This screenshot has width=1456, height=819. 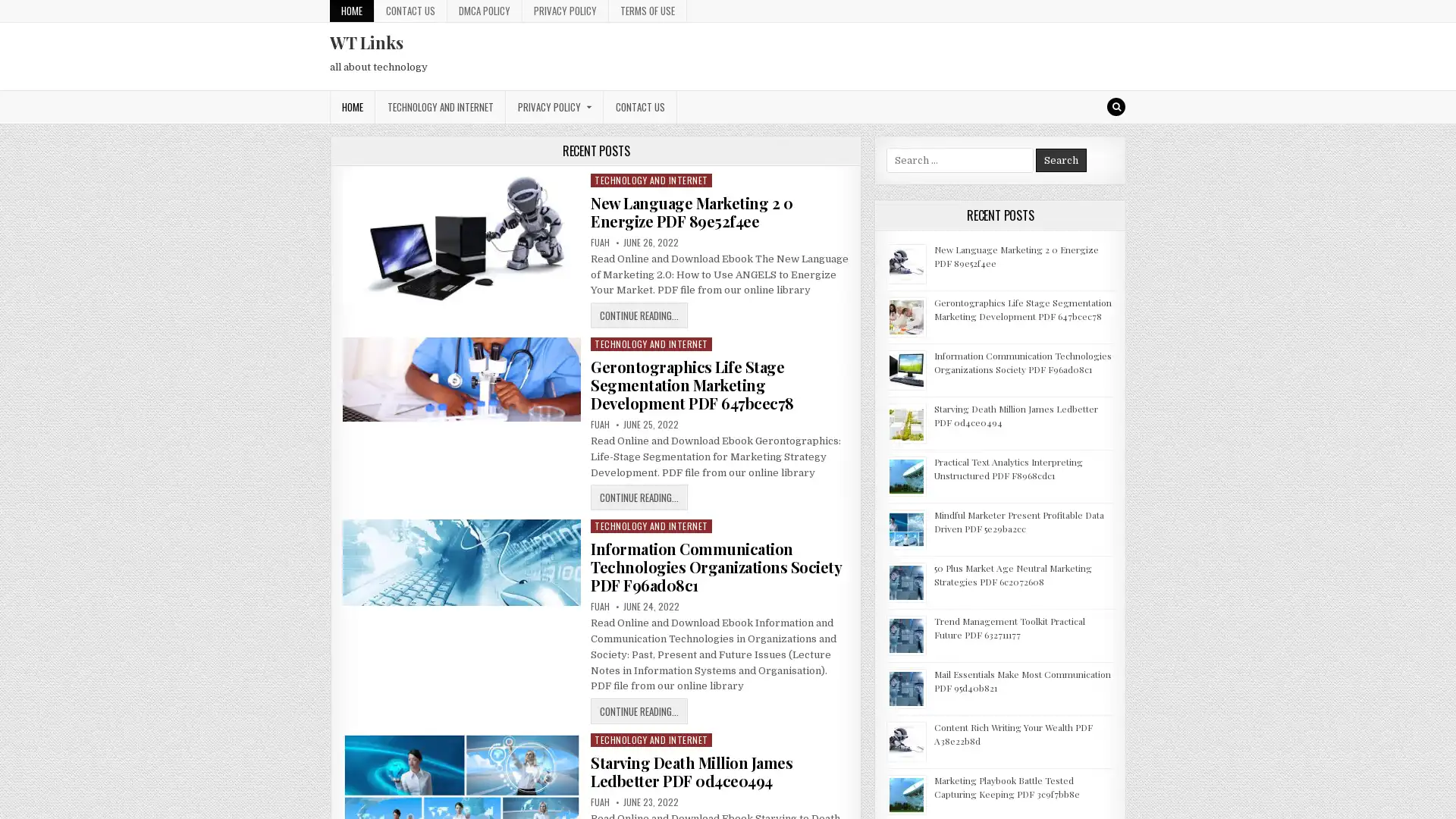 I want to click on Search, so click(x=1060, y=160).